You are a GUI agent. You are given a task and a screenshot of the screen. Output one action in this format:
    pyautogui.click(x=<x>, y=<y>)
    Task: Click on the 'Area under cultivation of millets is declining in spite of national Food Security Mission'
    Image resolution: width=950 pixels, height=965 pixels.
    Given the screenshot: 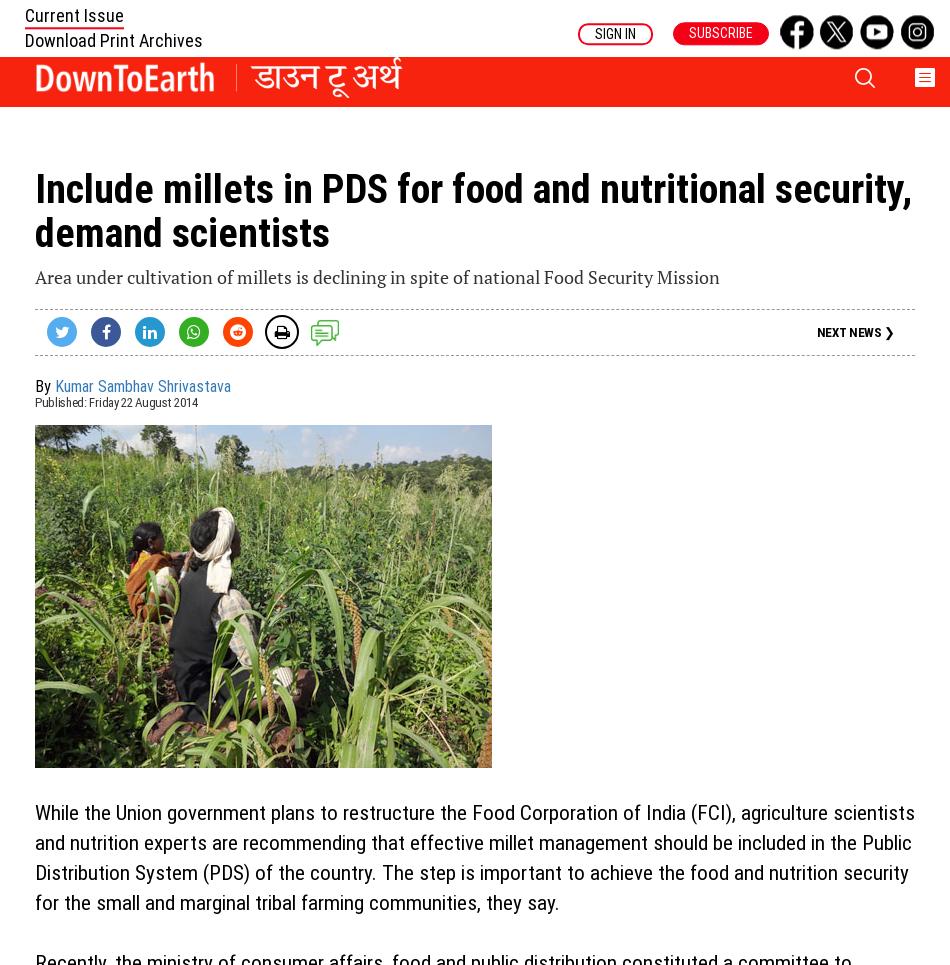 What is the action you would take?
    pyautogui.click(x=376, y=276)
    